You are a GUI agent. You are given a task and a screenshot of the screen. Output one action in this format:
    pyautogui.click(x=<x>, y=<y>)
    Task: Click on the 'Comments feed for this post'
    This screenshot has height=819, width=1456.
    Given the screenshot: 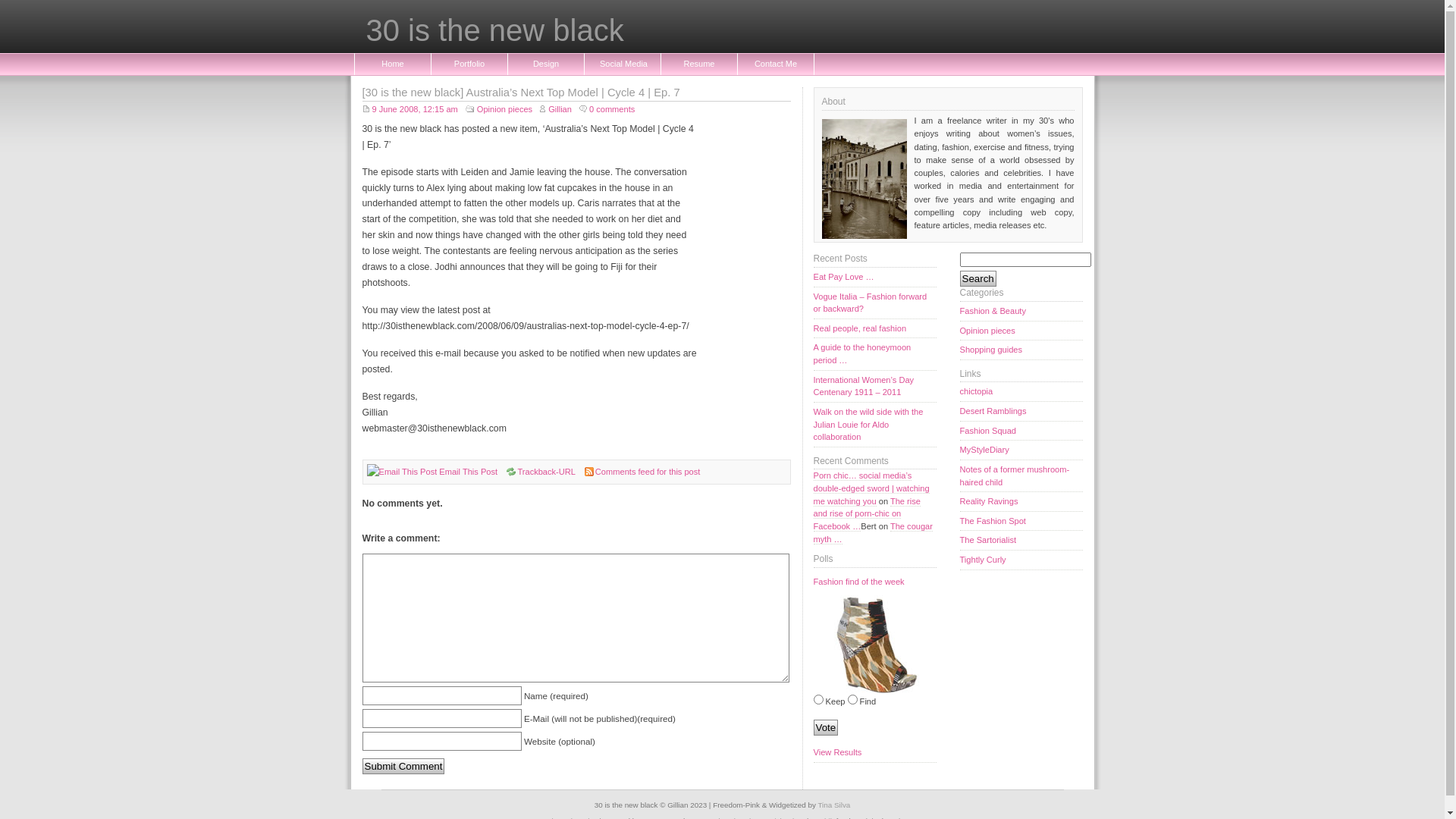 What is the action you would take?
    pyautogui.click(x=648, y=470)
    